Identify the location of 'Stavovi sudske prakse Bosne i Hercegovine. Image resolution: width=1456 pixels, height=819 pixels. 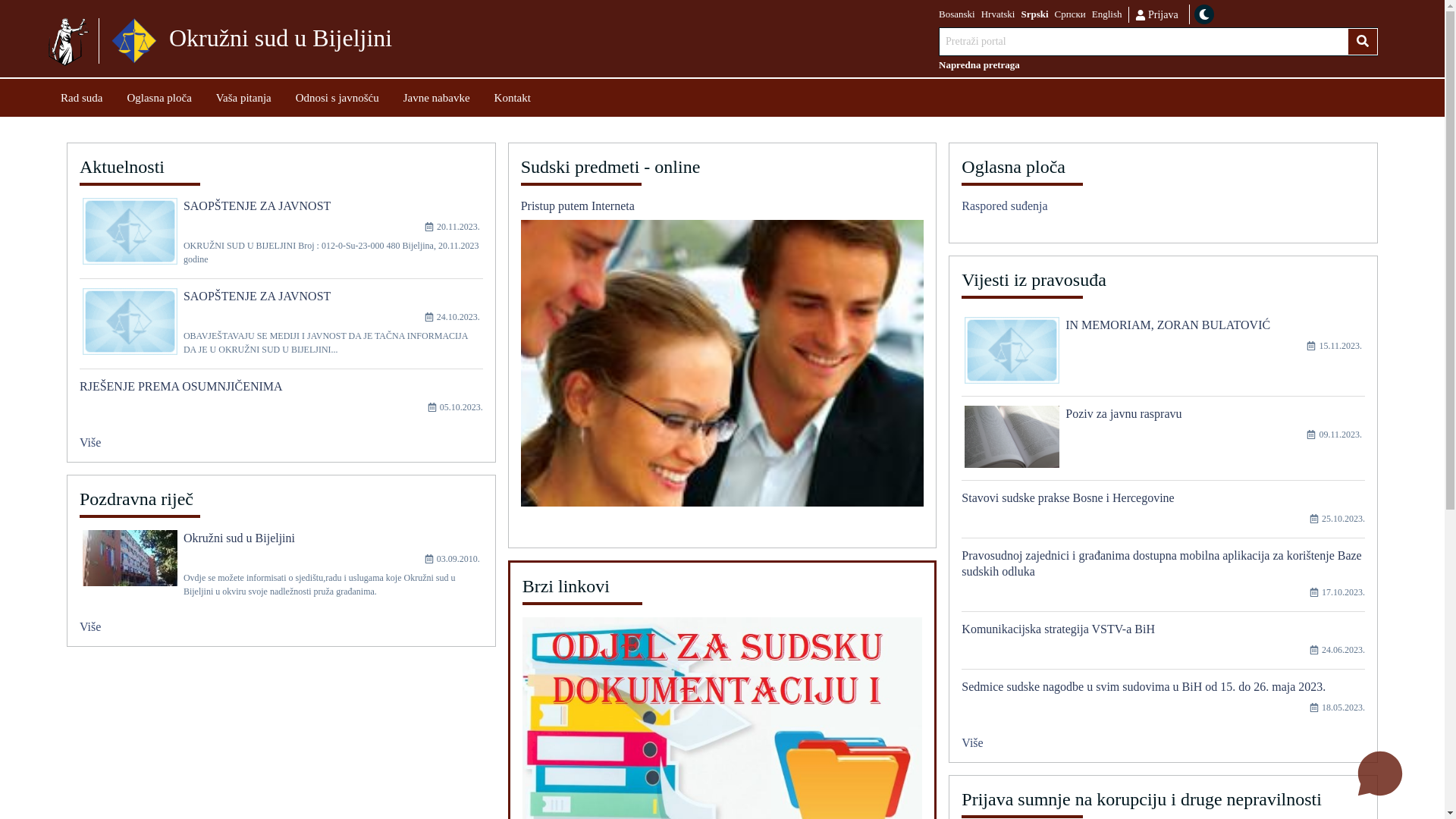
(1163, 513).